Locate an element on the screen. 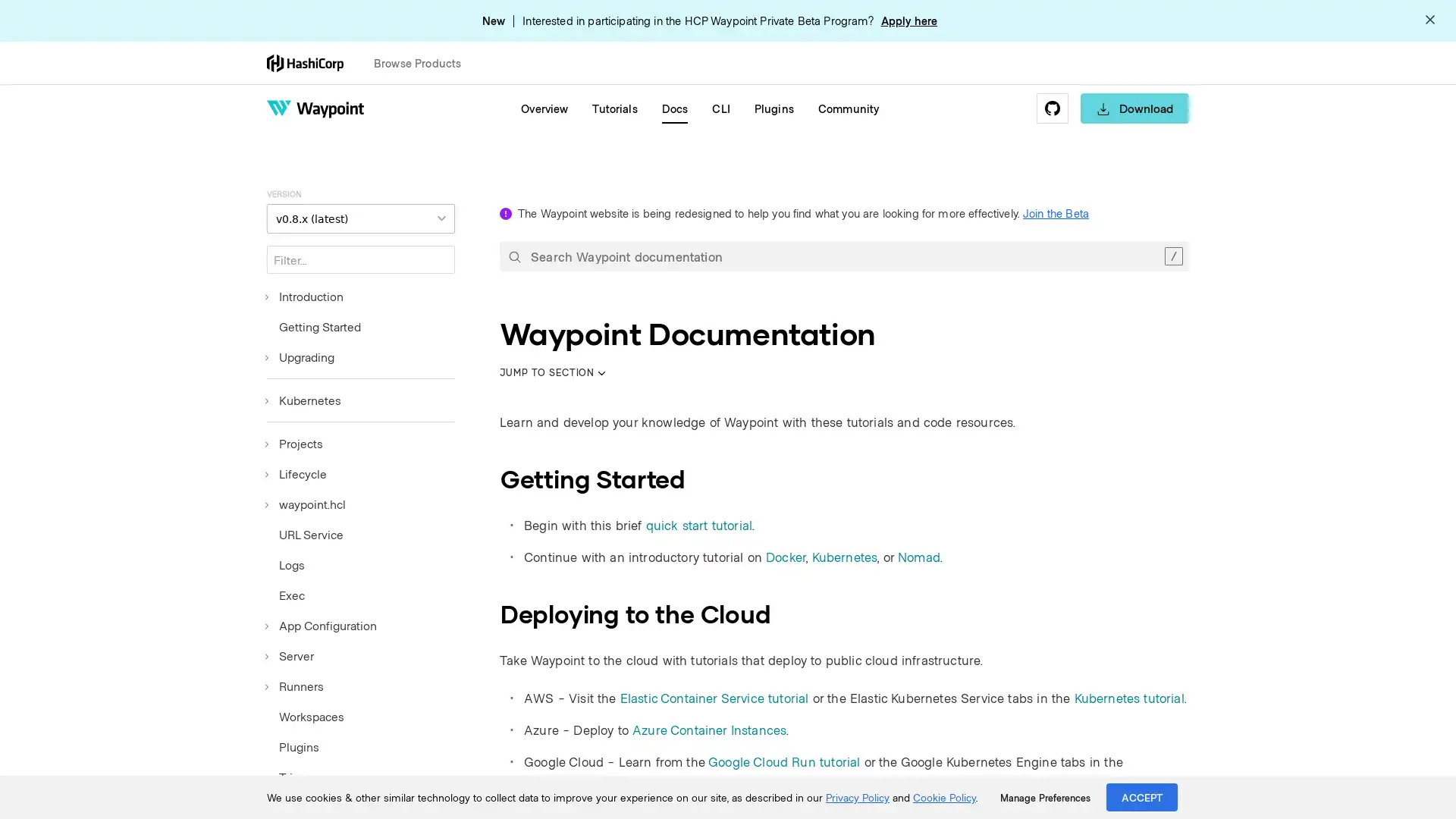  Kubernetes is located at coordinates (303, 400).